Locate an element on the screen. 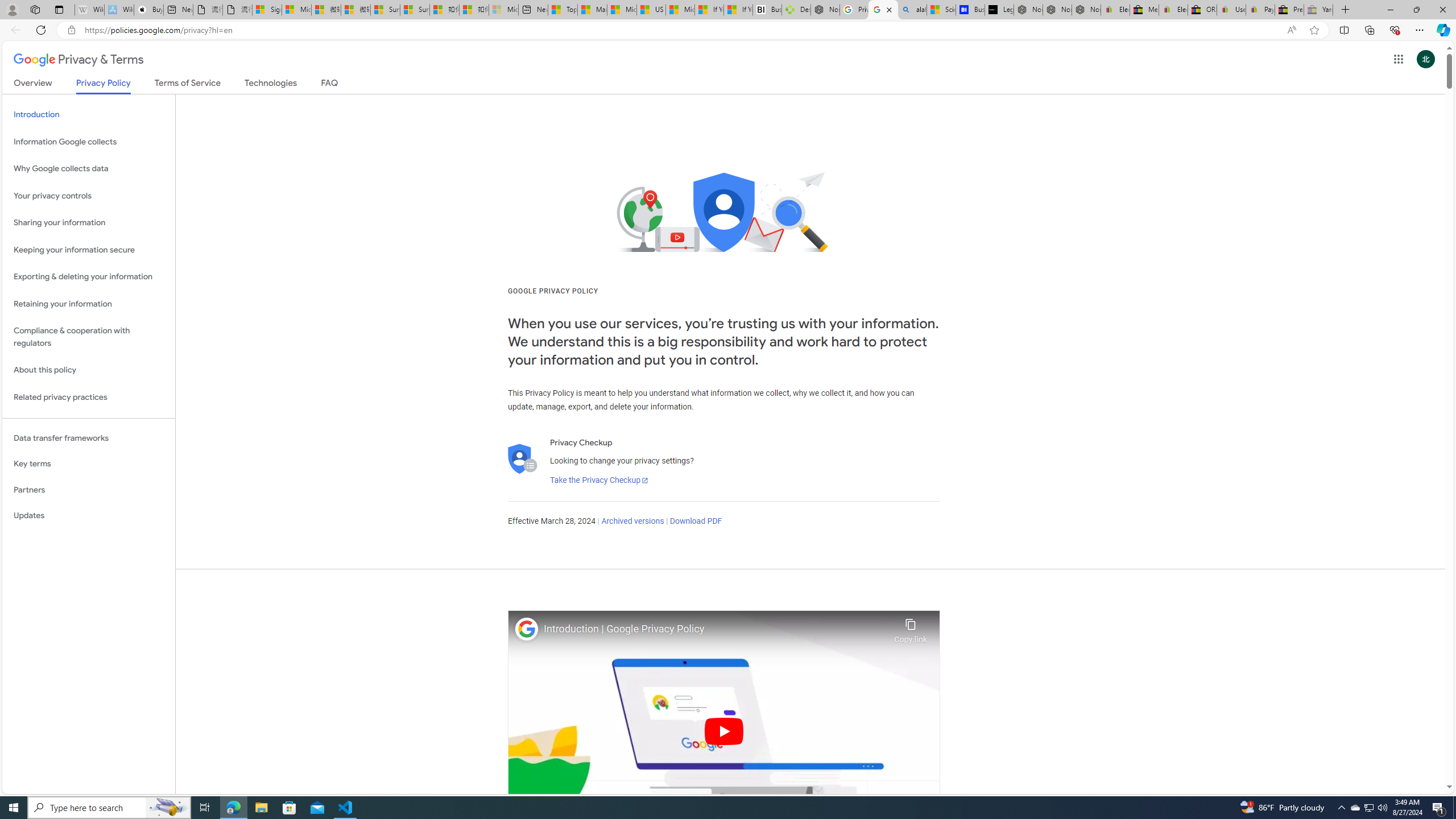 The width and height of the screenshot is (1456, 819). 'alabama high school quarterback dies - Search' is located at coordinates (911, 9).